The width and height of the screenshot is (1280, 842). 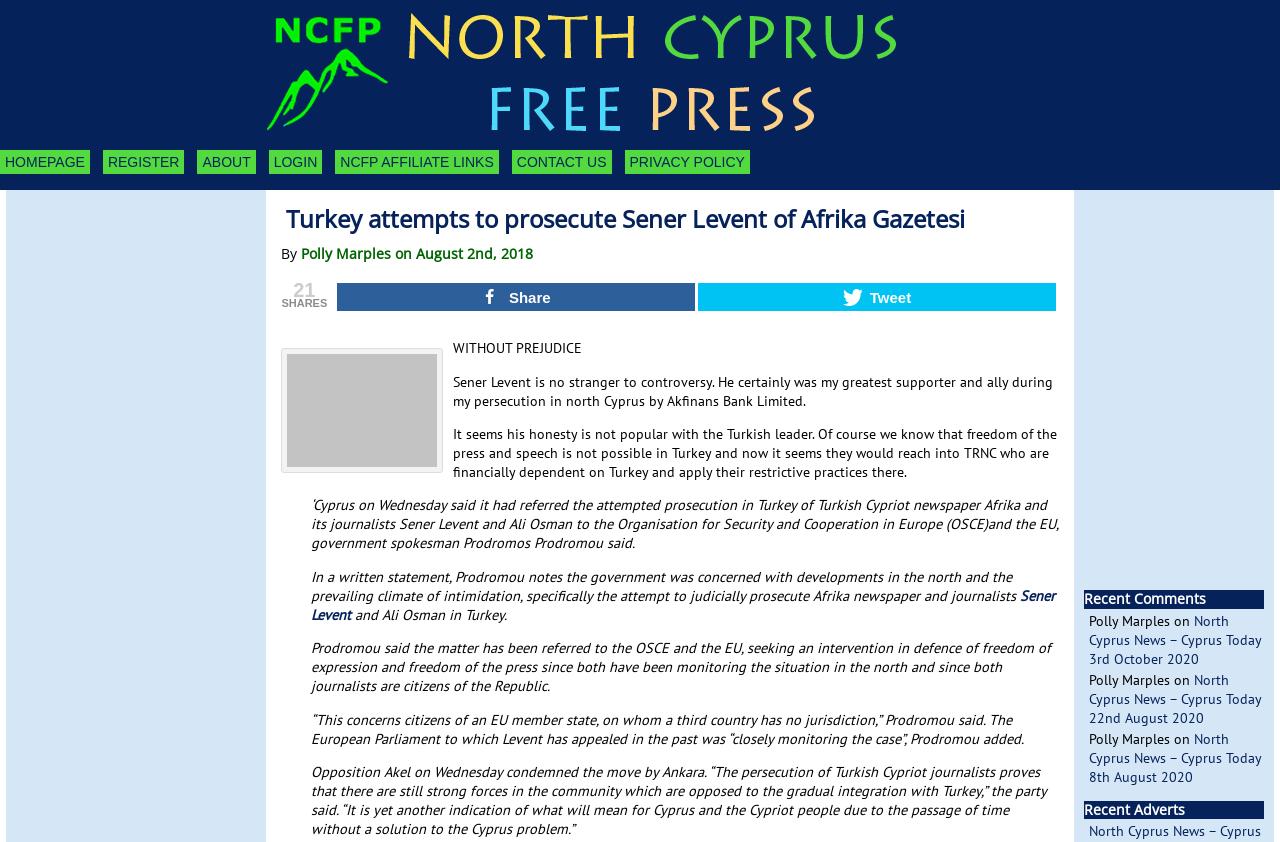 What do you see at coordinates (1174, 697) in the screenshot?
I see `'North Cyprus News – Cyprus Today 22nd August 2020'` at bounding box center [1174, 697].